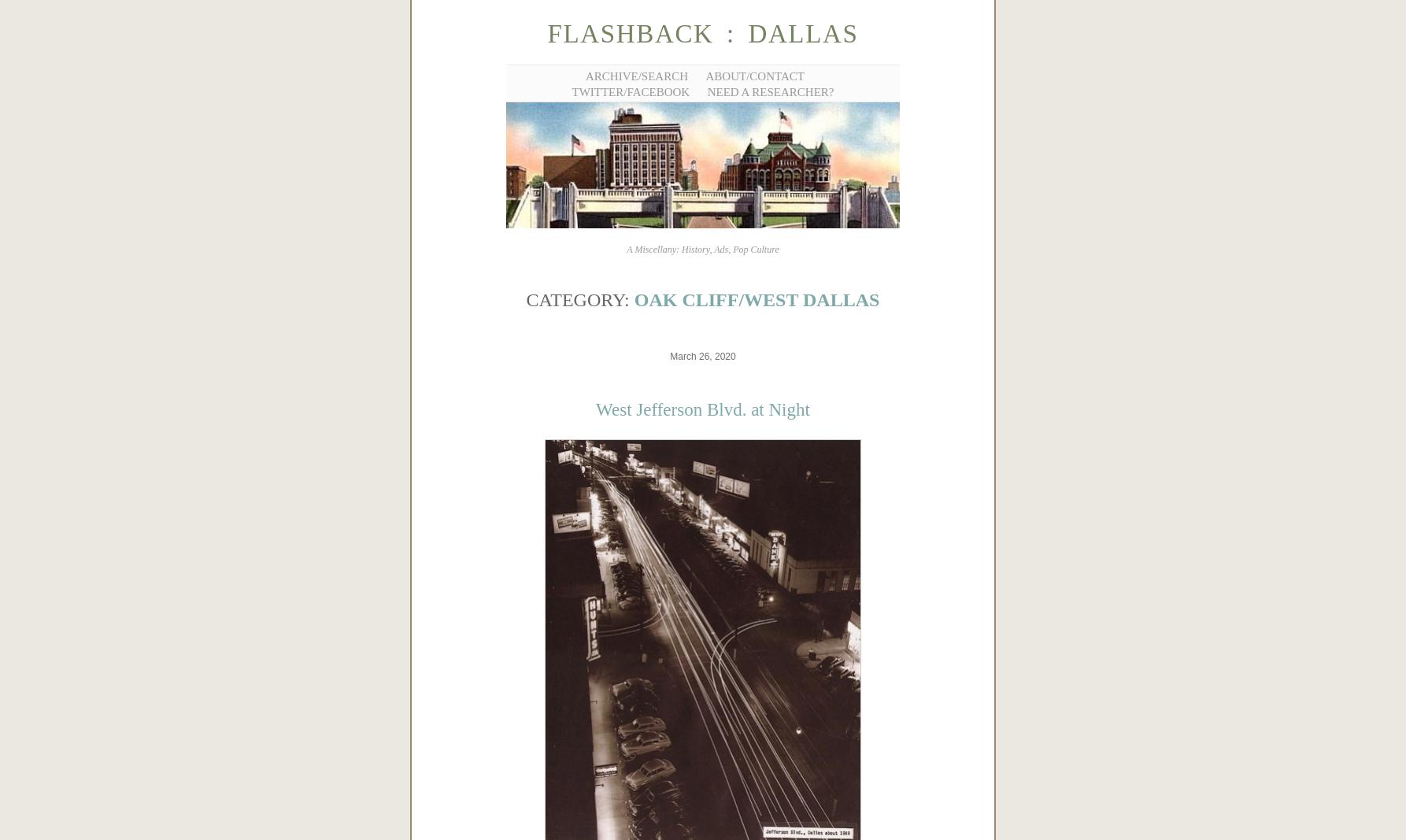  I want to click on 'Category:', so click(579, 299).